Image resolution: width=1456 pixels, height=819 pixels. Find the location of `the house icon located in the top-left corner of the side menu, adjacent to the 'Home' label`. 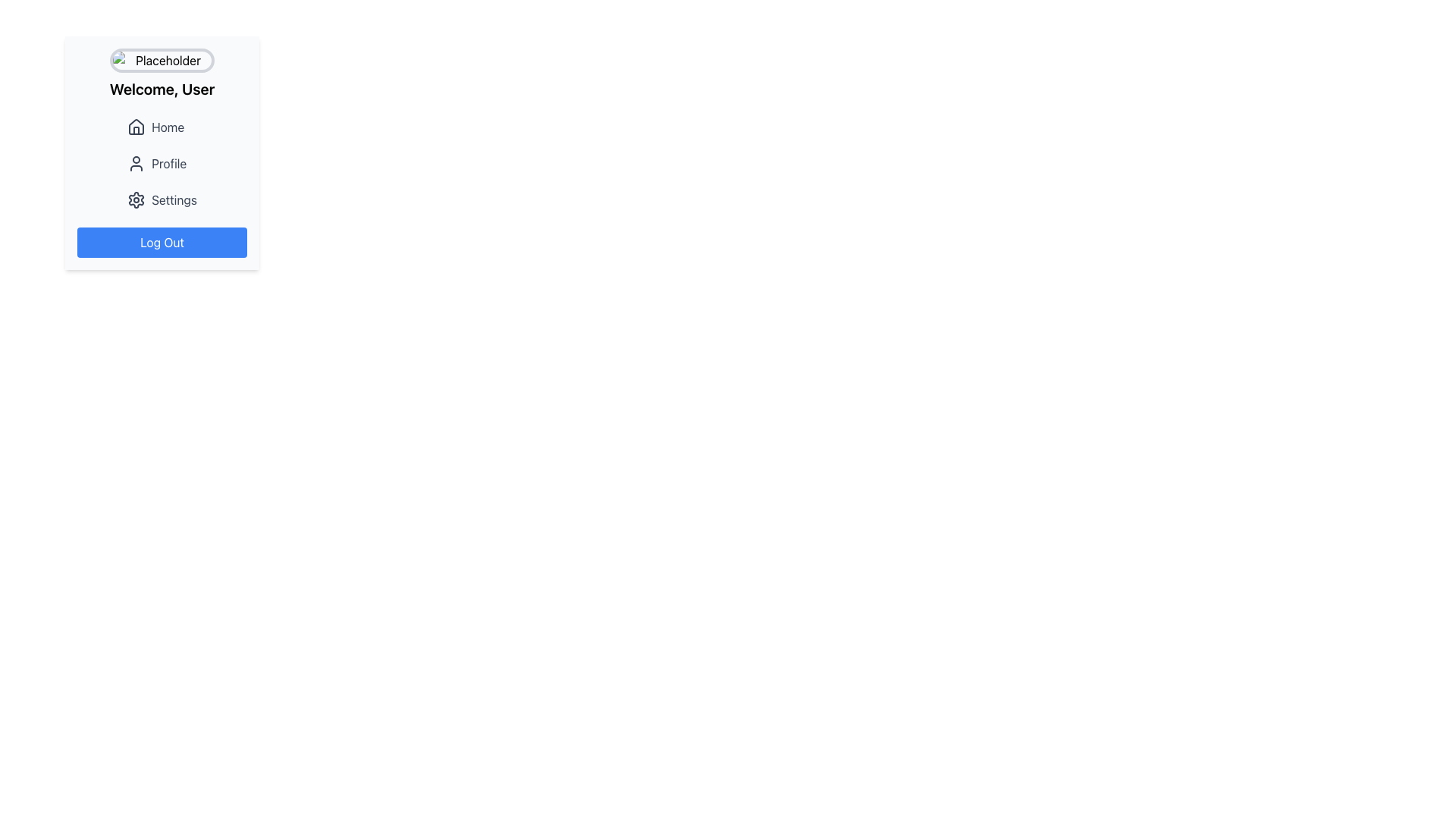

the house icon located in the top-left corner of the side menu, adjacent to the 'Home' label is located at coordinates (136, 126).